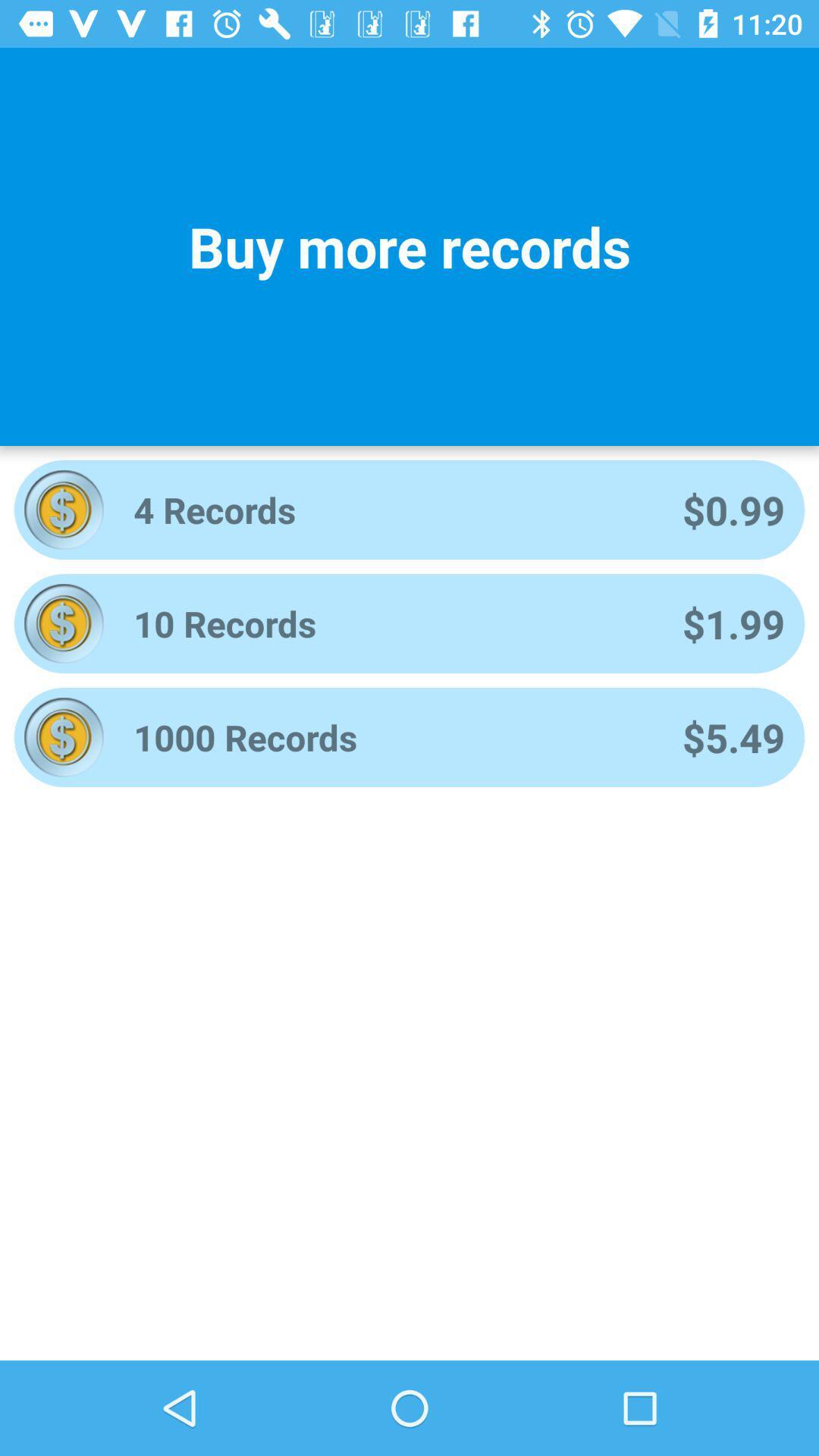 The image size is (819, 1456). Describe the element at coordinates (387, 510) in the screenshot. I see `app to the left of the $0.99 app` at that location.